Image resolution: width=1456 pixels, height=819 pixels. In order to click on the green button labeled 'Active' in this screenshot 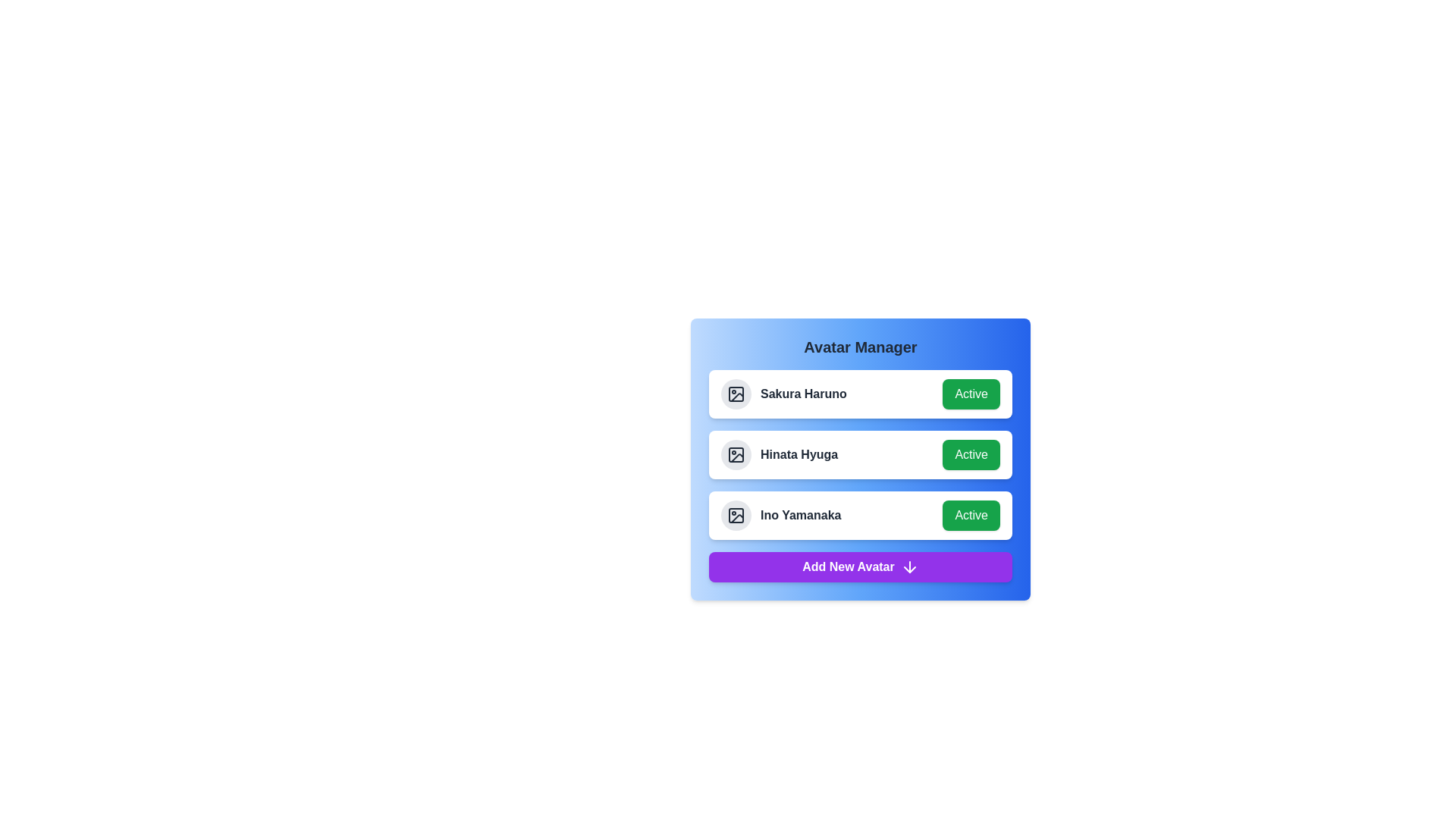, I will do `click(971, 394)`.